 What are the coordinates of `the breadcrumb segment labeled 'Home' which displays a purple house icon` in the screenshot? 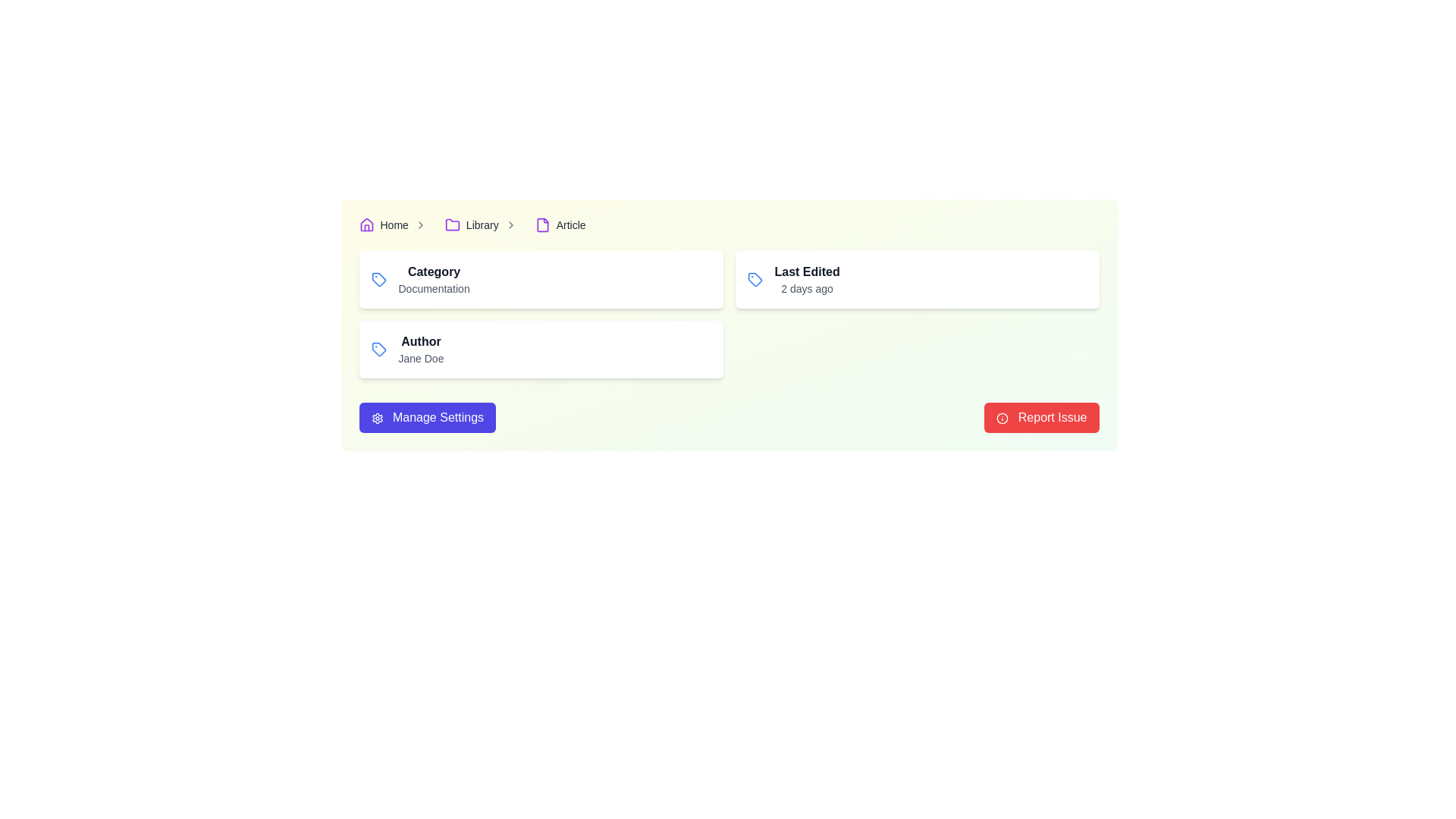 It's located at (396, 225).